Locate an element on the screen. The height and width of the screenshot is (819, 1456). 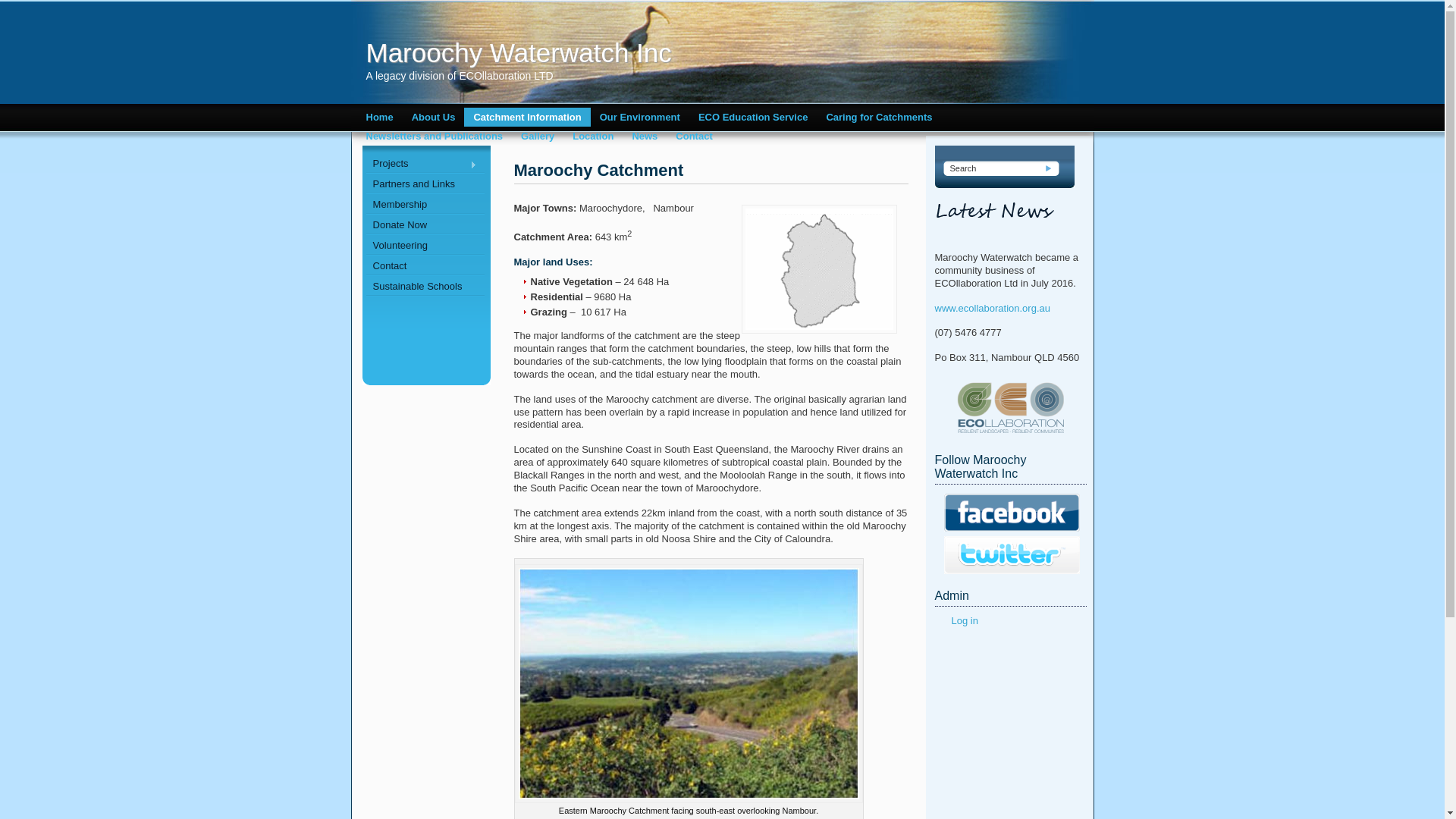
'Home' is located at coordinates (378, 116).